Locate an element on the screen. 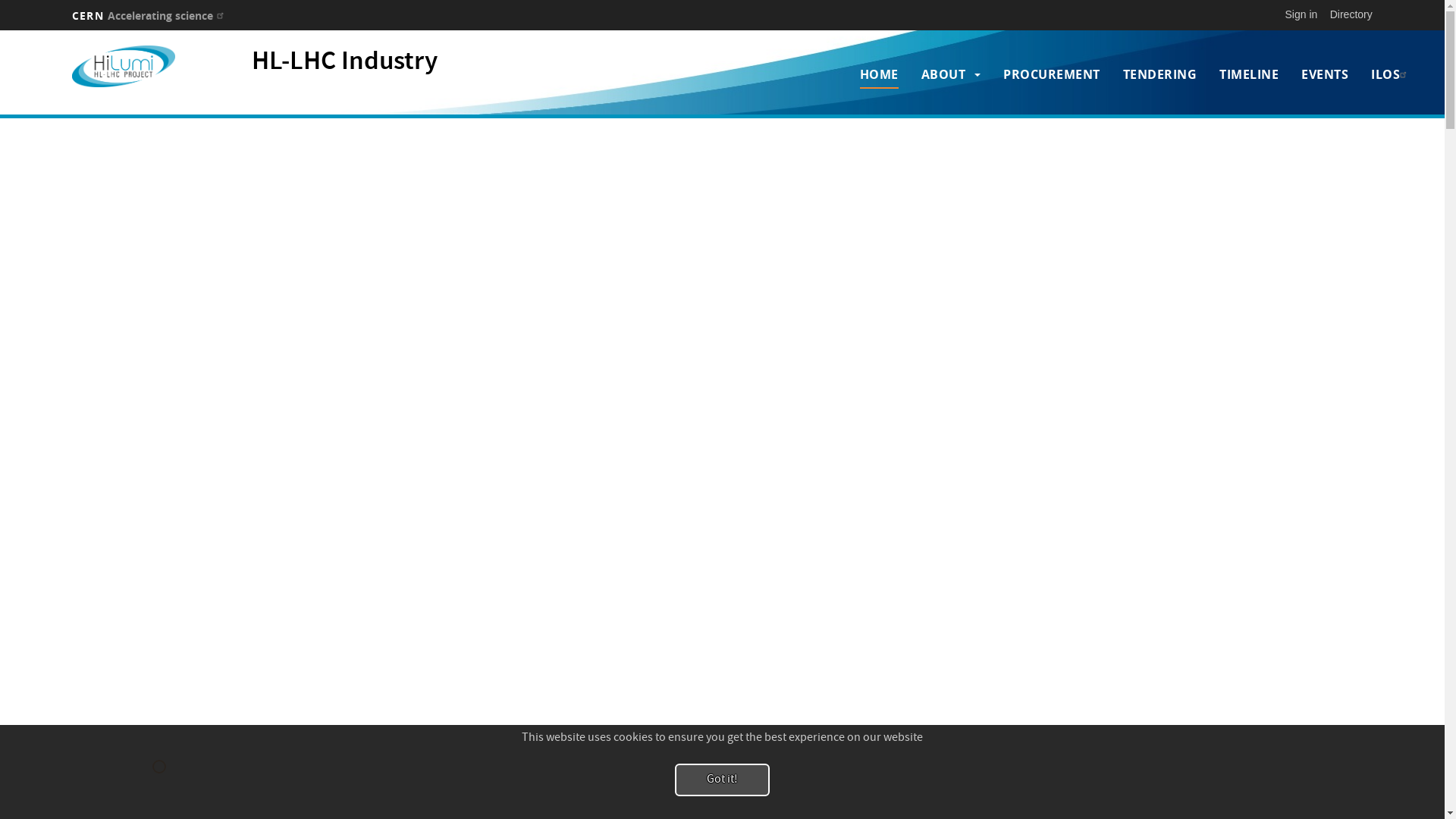  'Got it!' is located at coordinates (721, 780).